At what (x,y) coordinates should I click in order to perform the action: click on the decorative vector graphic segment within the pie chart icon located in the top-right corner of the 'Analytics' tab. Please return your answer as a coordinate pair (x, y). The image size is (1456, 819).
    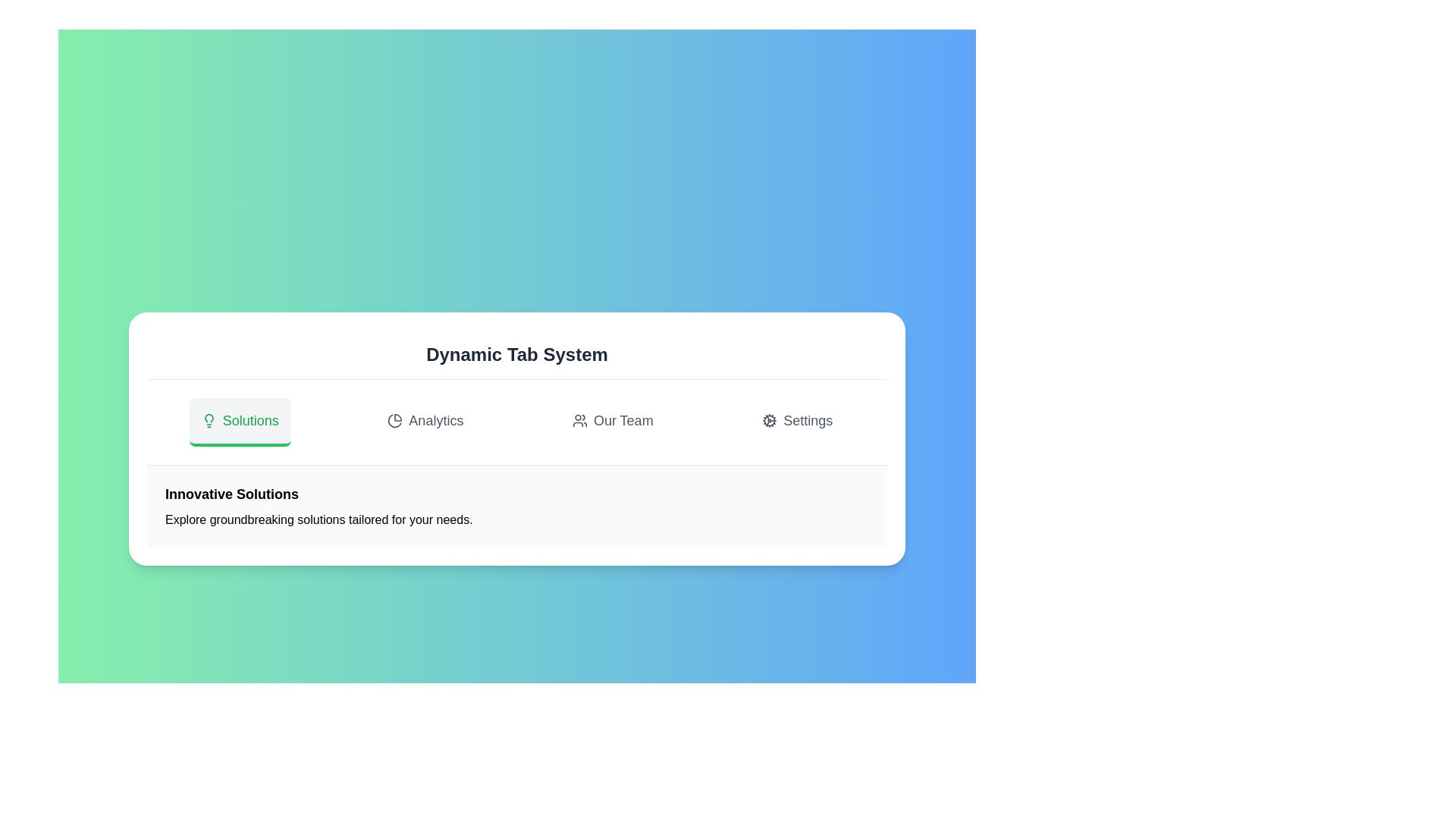
    Looking at the image, I should click on (395, 421).